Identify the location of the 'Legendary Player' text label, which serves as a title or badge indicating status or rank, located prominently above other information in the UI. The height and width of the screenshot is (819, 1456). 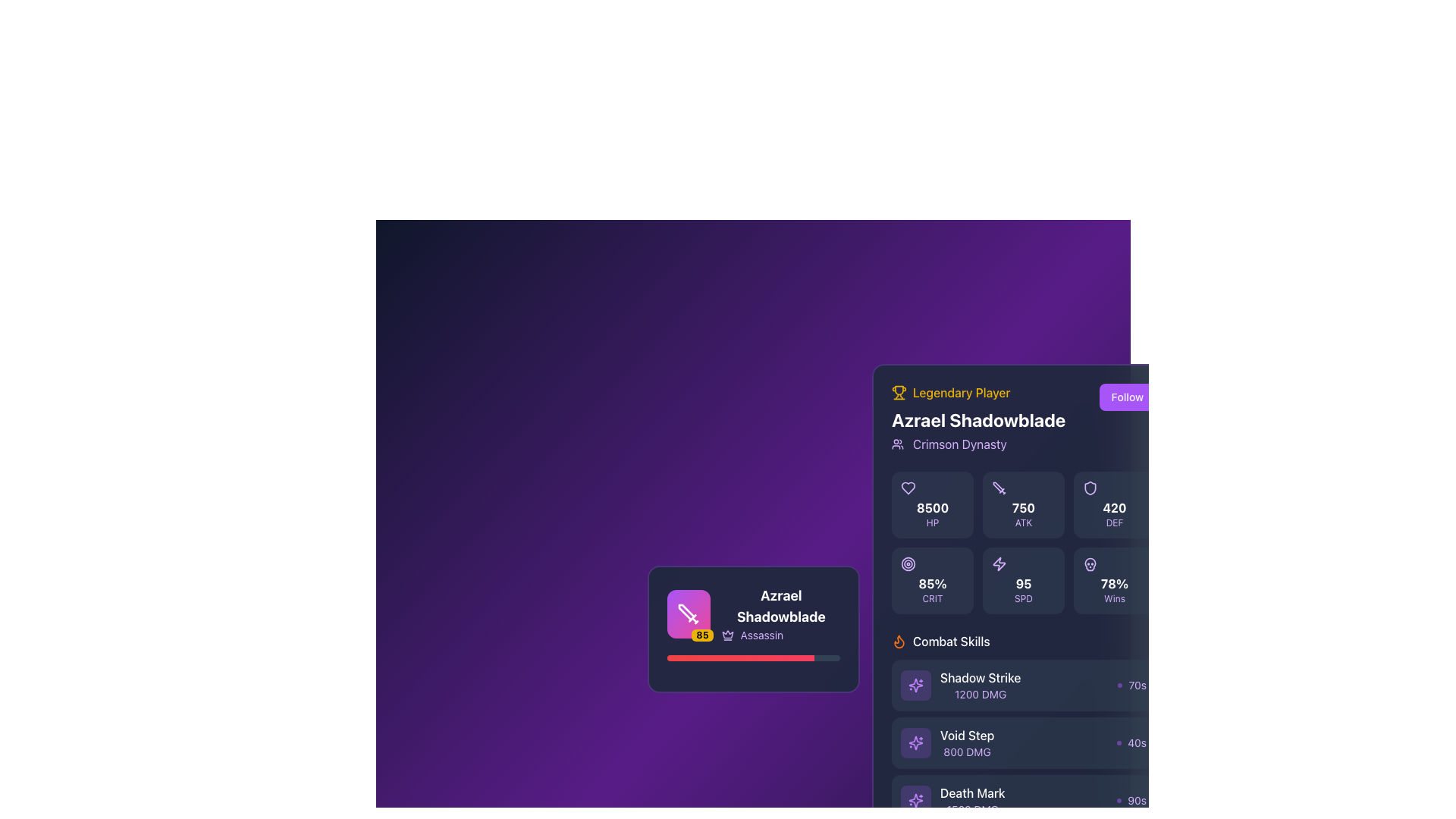
(960, 391).